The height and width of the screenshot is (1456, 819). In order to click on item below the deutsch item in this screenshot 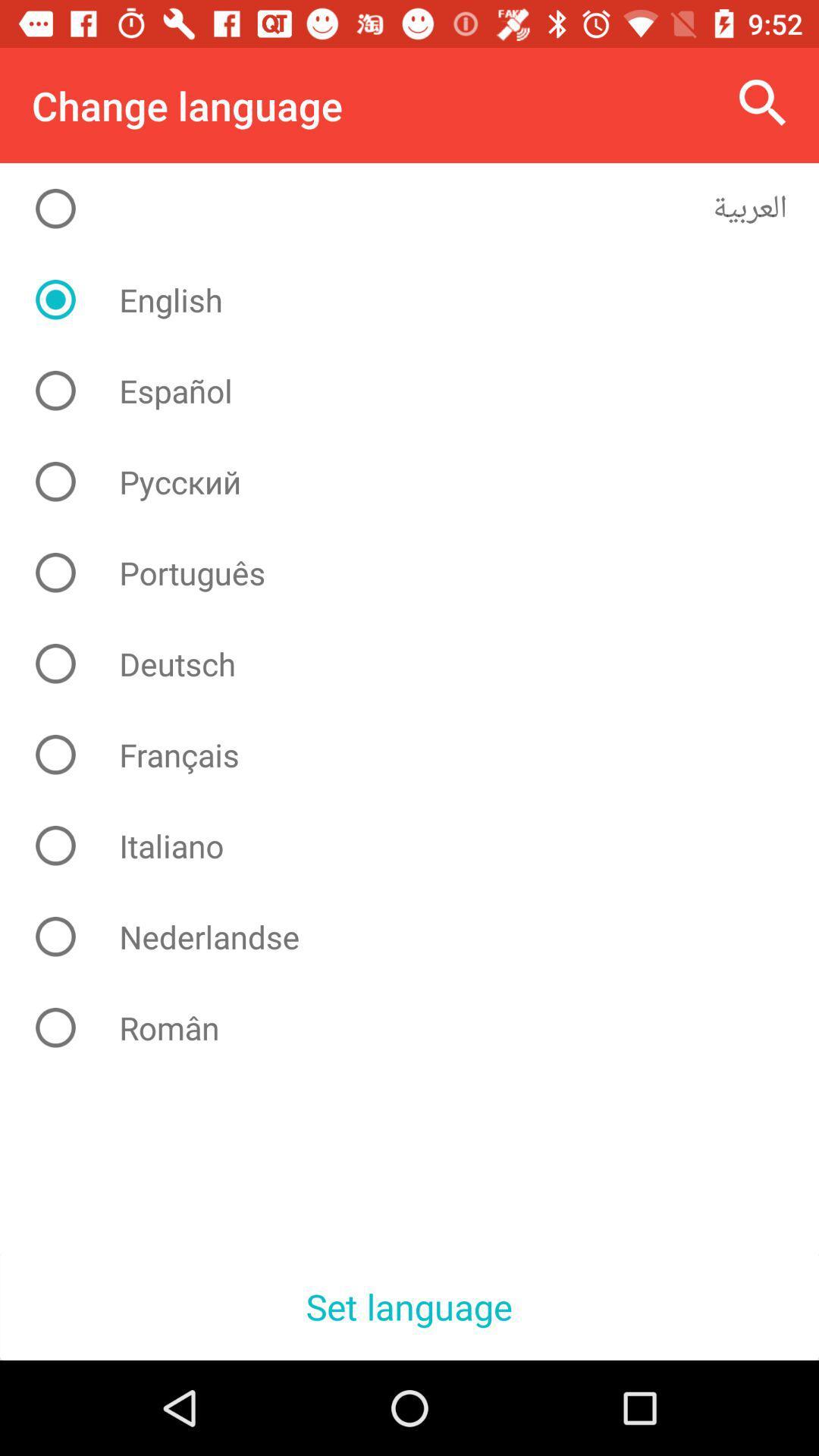, I will do `click(421, 755)`.